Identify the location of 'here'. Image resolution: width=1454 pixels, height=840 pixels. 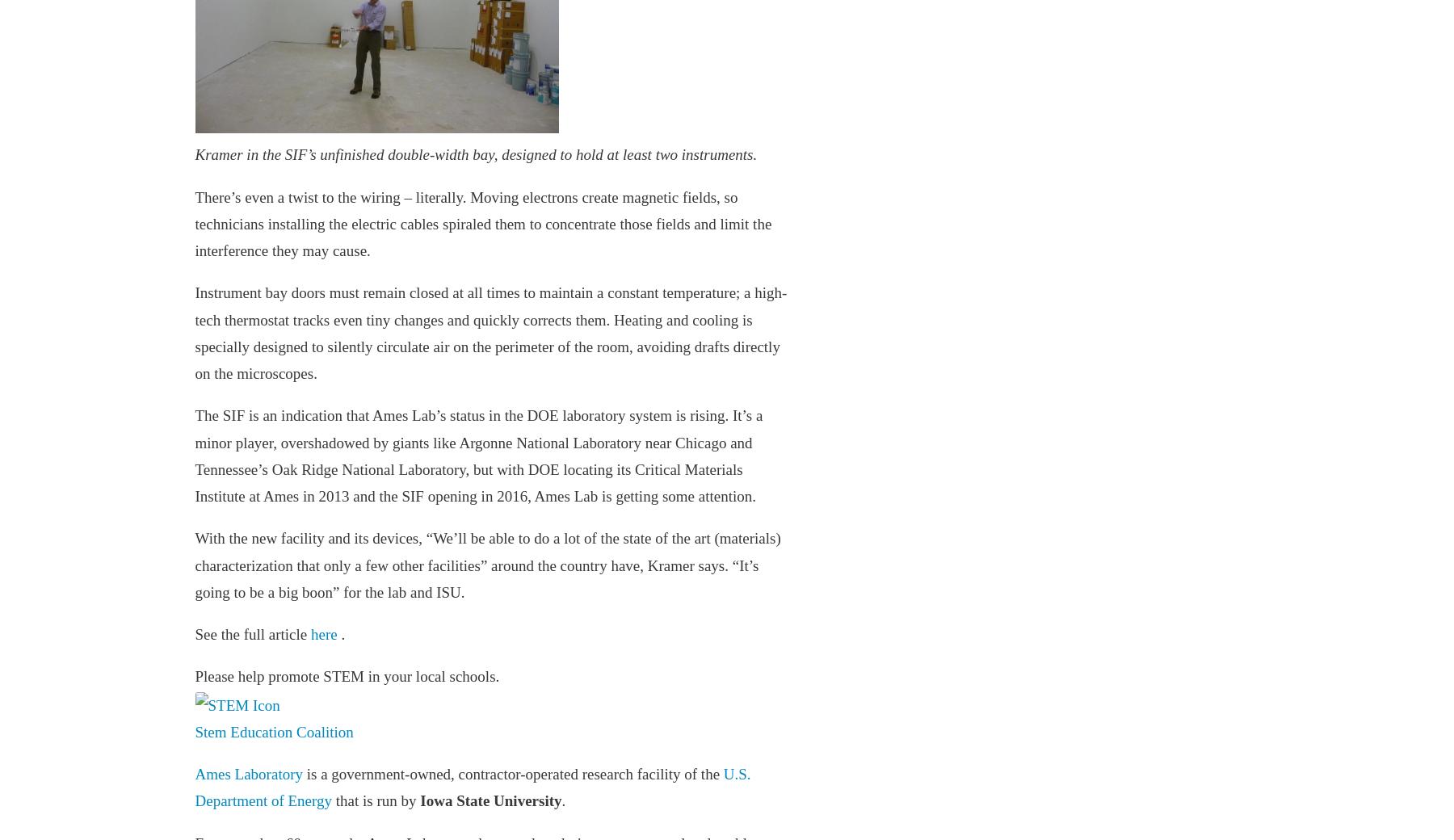
(324, 633).